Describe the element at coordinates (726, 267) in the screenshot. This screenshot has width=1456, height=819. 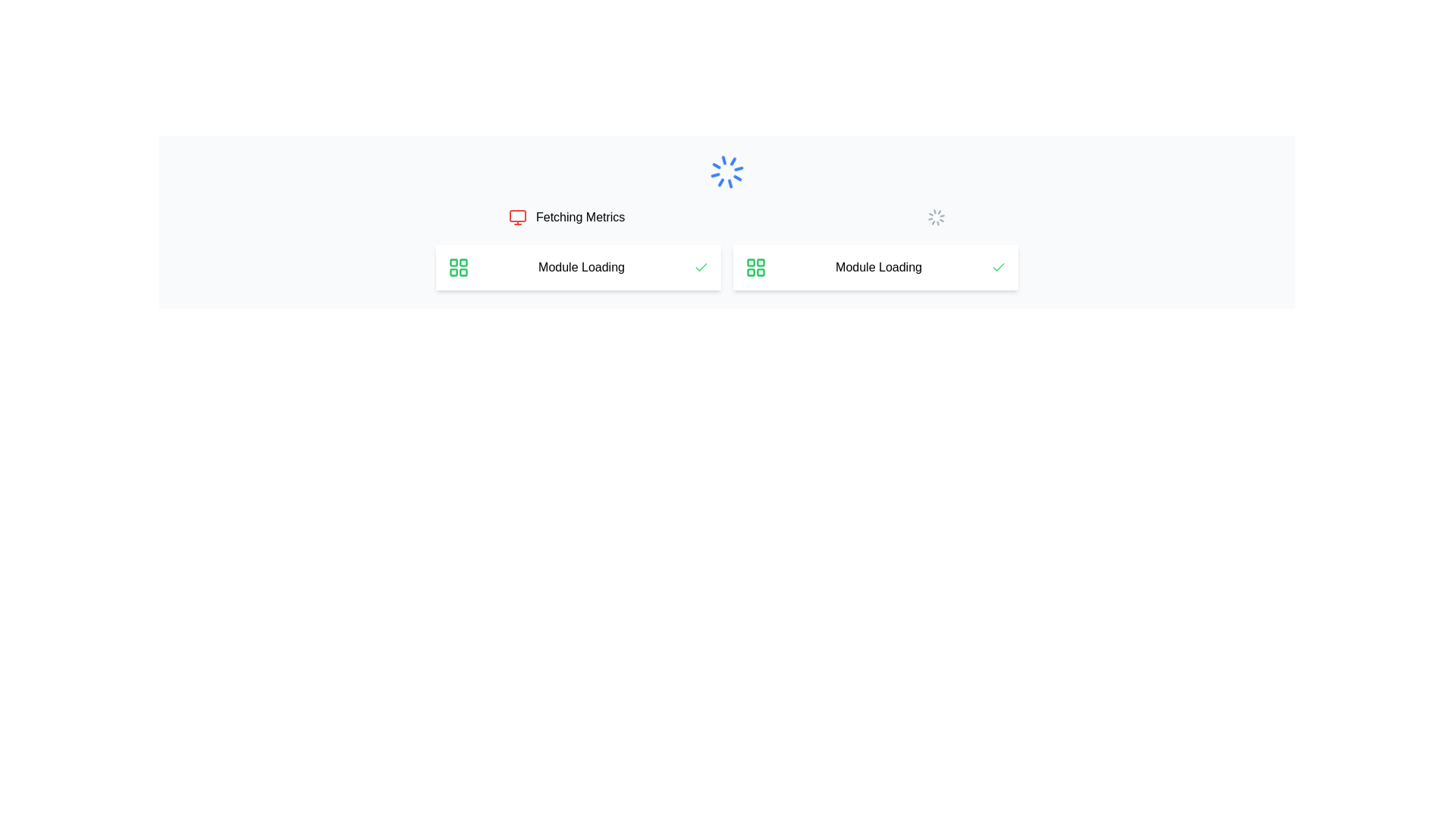
I see `composite informational display element showing module status labeled 'Module Loading' by hovering over it` at that location.